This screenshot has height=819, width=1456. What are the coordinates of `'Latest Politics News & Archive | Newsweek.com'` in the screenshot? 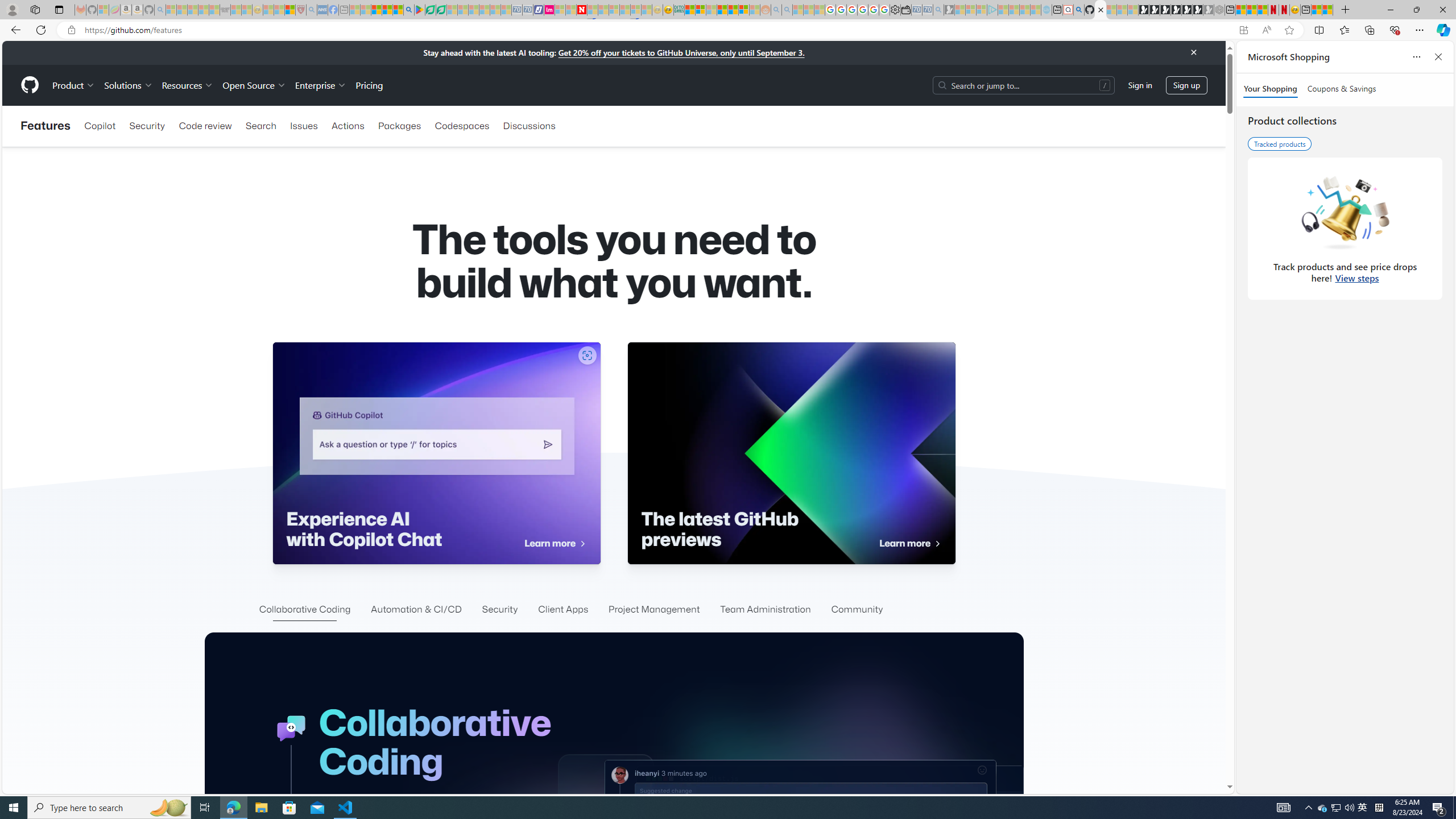 It's located at (582, 9).